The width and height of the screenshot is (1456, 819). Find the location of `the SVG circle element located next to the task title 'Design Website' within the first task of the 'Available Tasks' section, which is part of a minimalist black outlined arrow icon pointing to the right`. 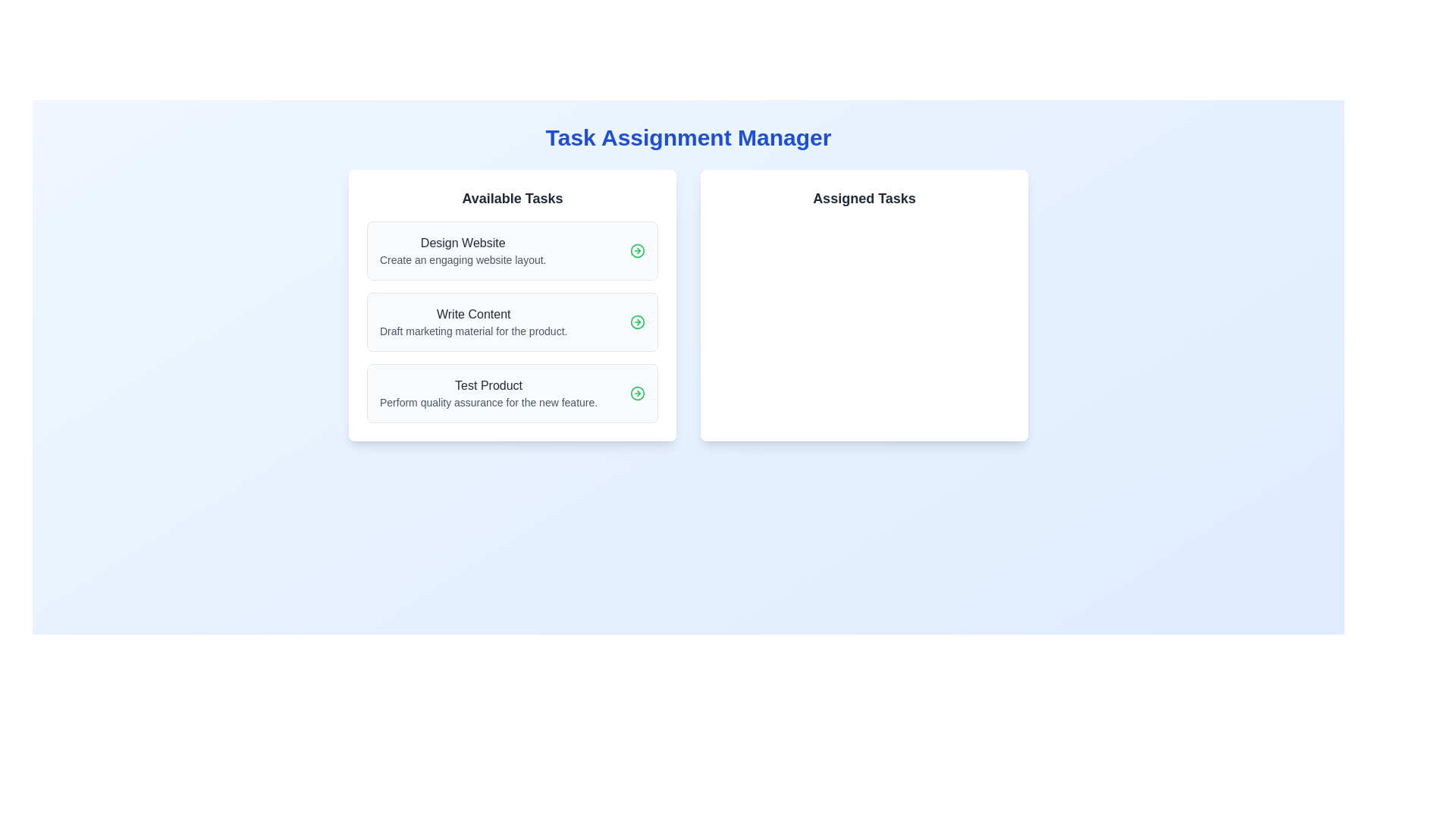

the SVG circle element located next to the task title 'Design Website' within the first task of the 'Available Tasks' section, which is part of a minimalist black outlined arrow icon pointing to the right is located at coordinates (637, 250).